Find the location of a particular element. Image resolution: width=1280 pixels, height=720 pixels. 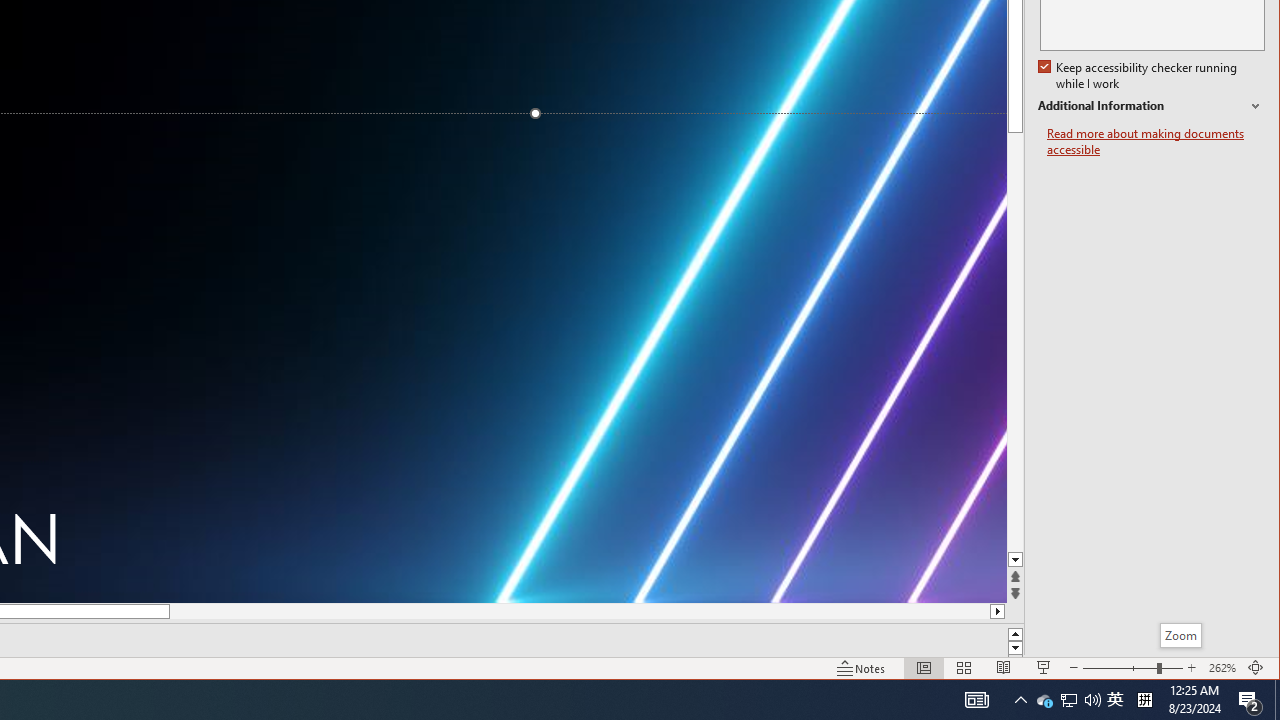

'Read more about making documents accessible' is located at coordinates (1155, 141).